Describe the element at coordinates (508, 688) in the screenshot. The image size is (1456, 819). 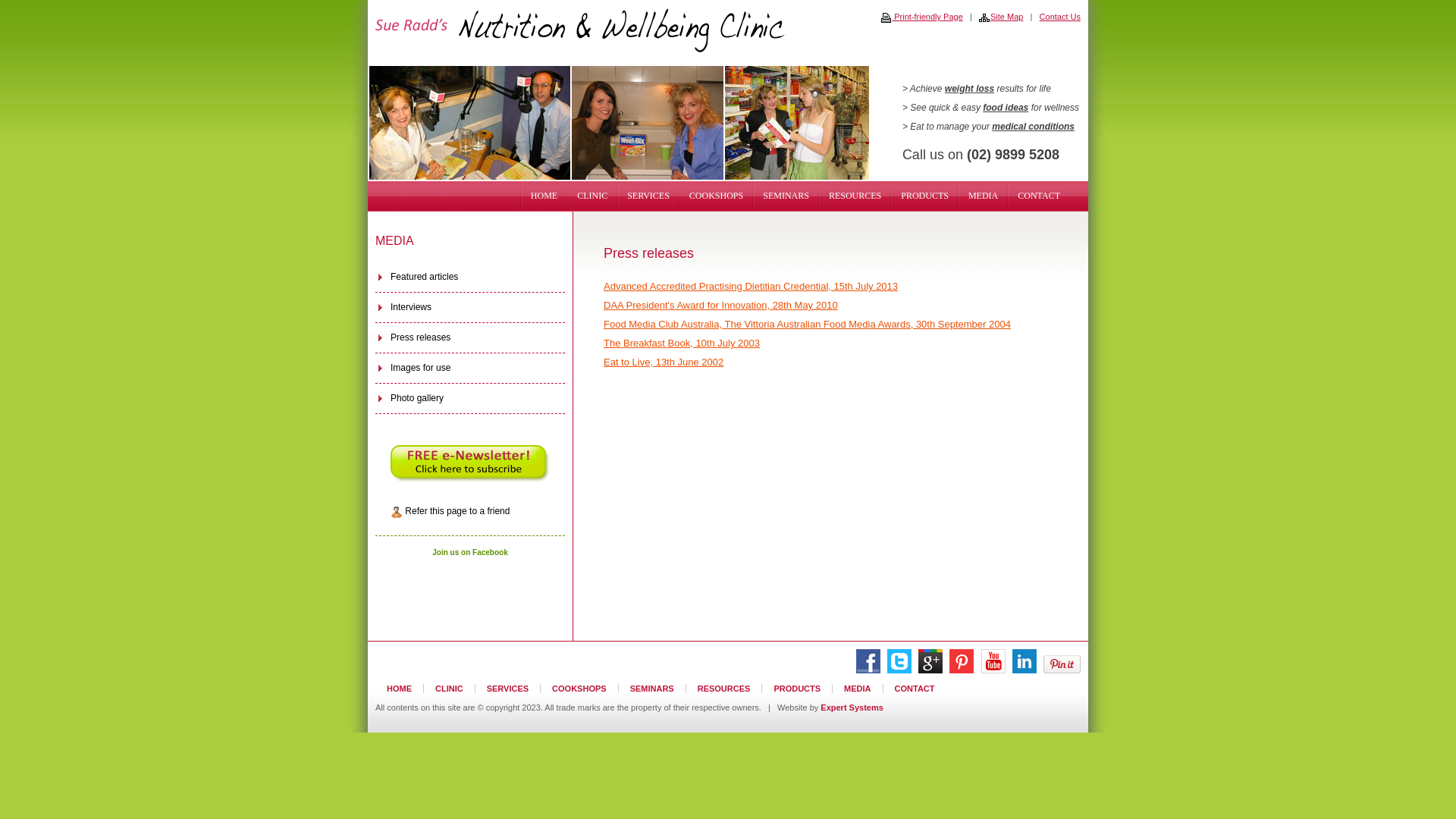
I see `'SERVICES'` at that location.